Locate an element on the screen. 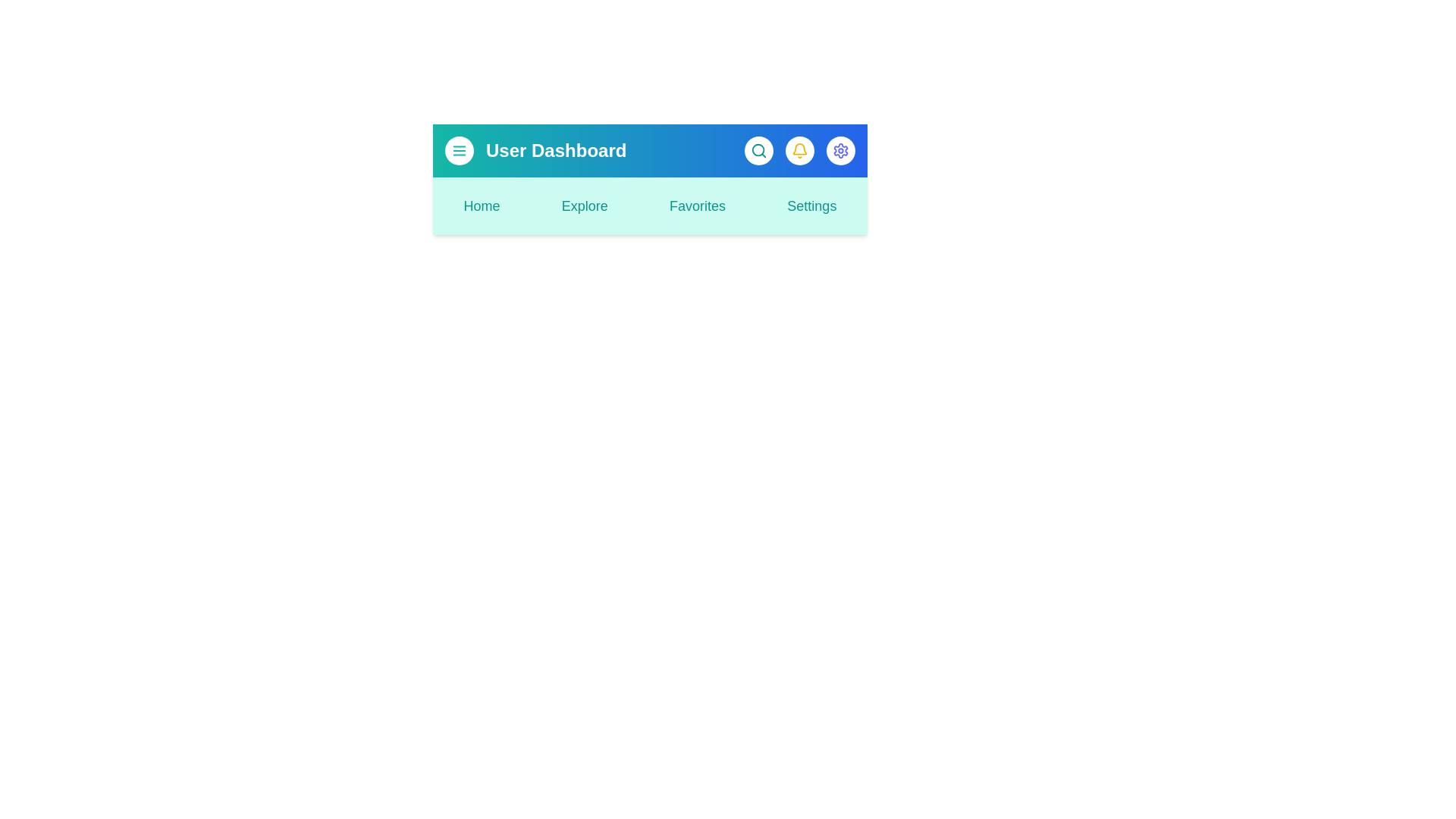 The width and height of the screenshot is (1456, 819). the menu button to observe the hover effect is located at coordinates (458, 151).